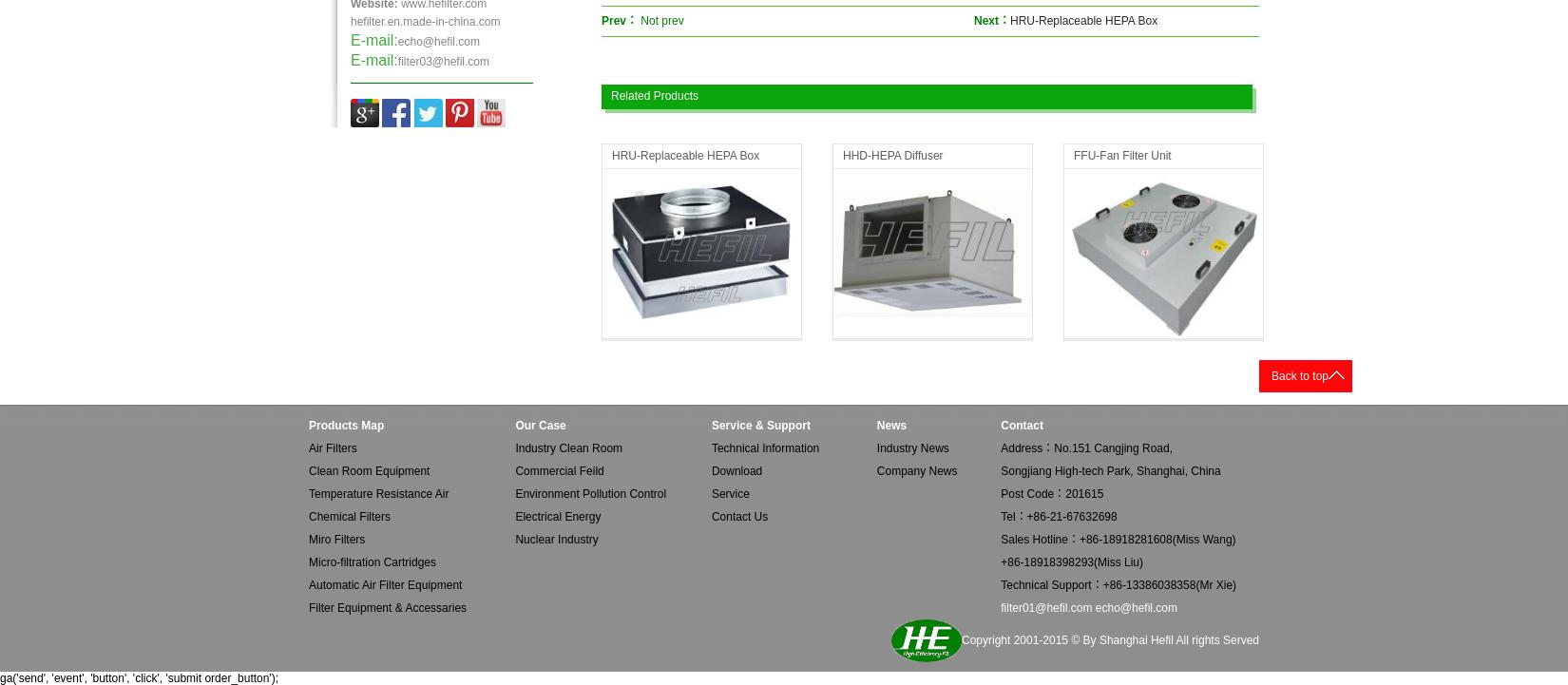  What do you see at coordinates (1021, 426) in the screenshot?
I see `'Contact'` at bounding box center [1021, 426].